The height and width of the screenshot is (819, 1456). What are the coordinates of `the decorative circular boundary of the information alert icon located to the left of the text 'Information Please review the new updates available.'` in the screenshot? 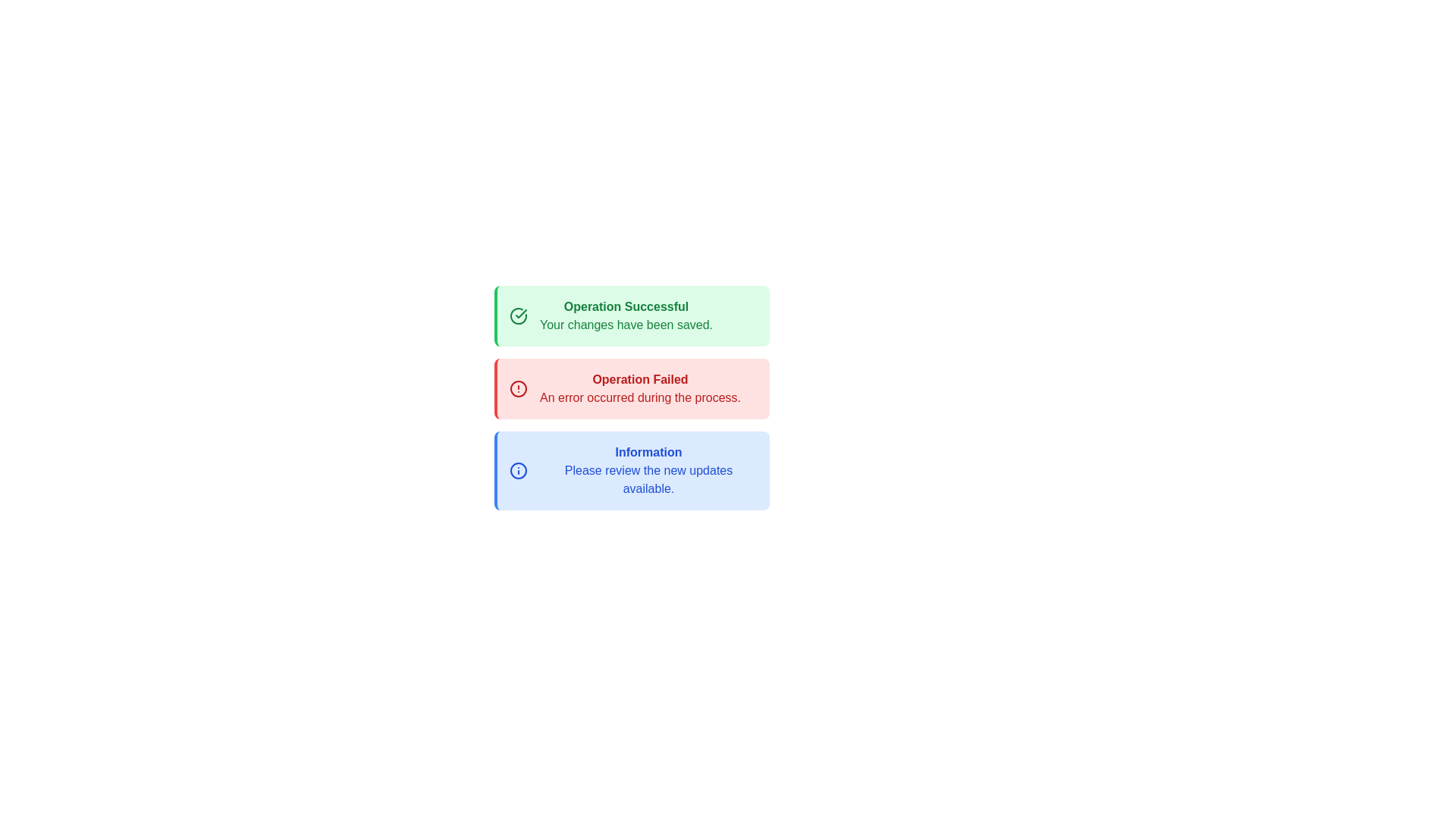 It's located at (519, 470).